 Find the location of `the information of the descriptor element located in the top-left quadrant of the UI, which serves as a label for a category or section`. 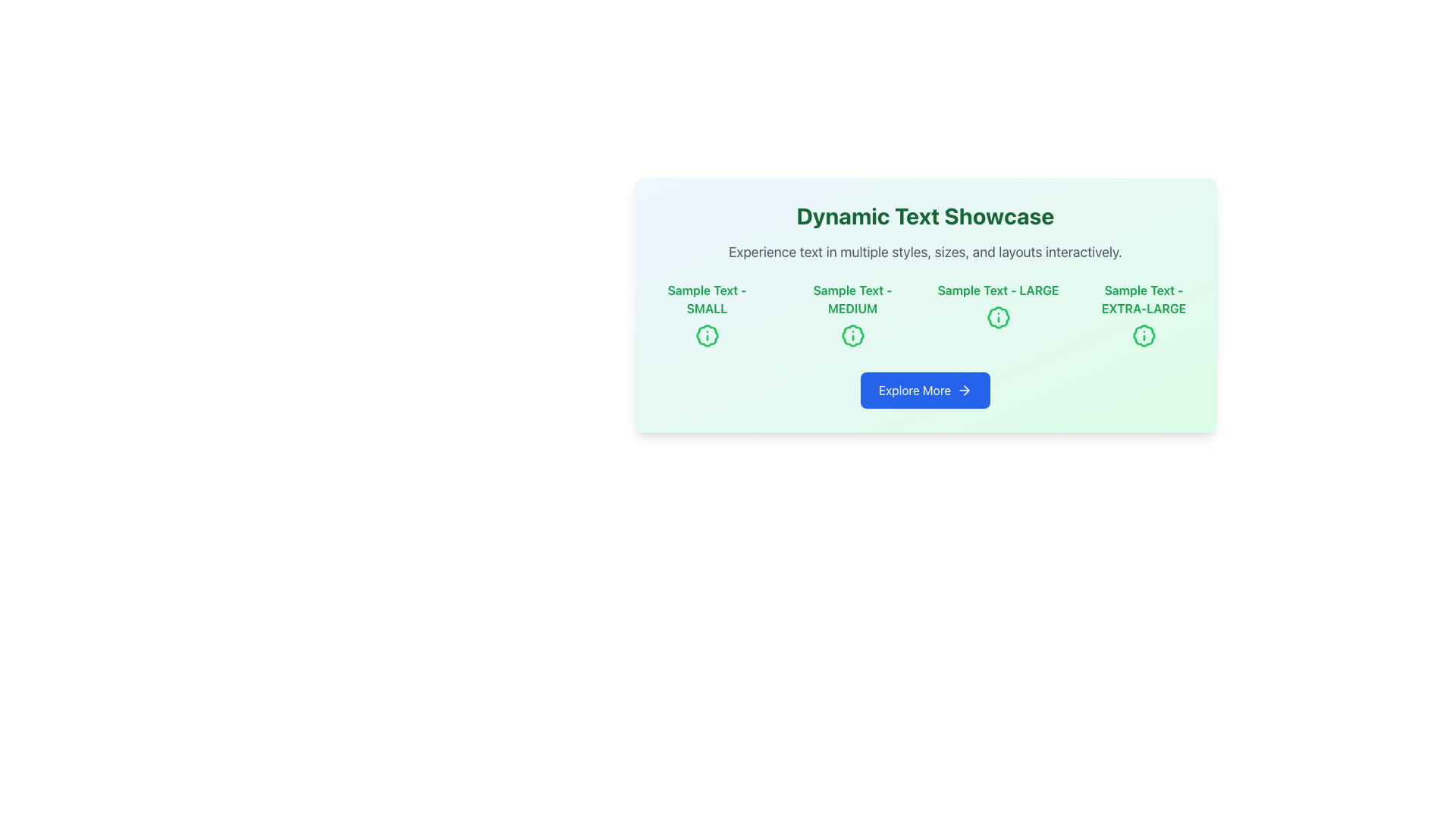

the information of the descriptor element located in the top-left quadrant of the UI, which serves as a label for a category or section is located at coordinates (706, 314).